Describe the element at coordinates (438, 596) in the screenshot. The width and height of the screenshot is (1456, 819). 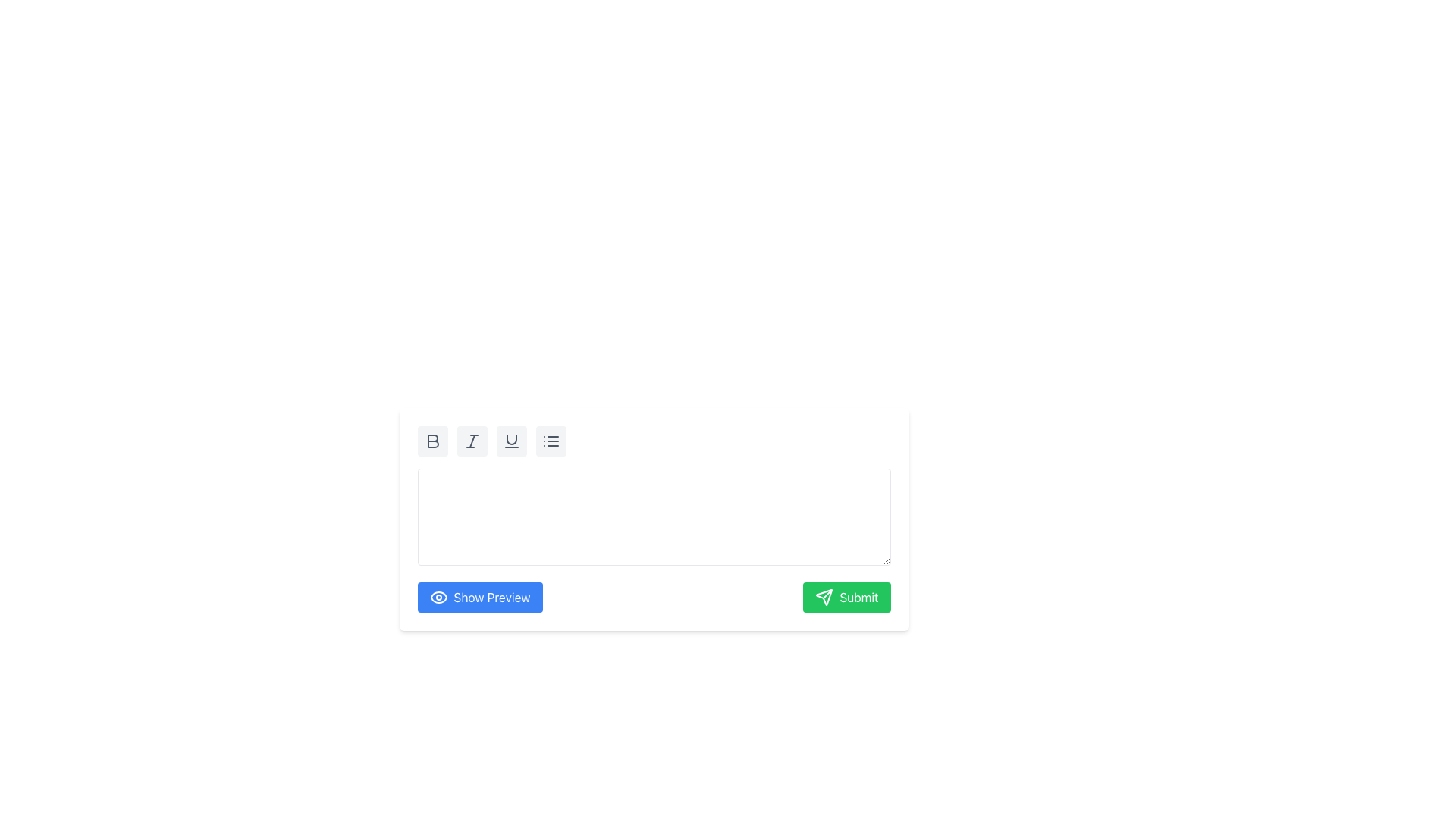
I see `the eye symbol SVG icon located to the left of the 'Show Preview' text in the blue button` at that location.